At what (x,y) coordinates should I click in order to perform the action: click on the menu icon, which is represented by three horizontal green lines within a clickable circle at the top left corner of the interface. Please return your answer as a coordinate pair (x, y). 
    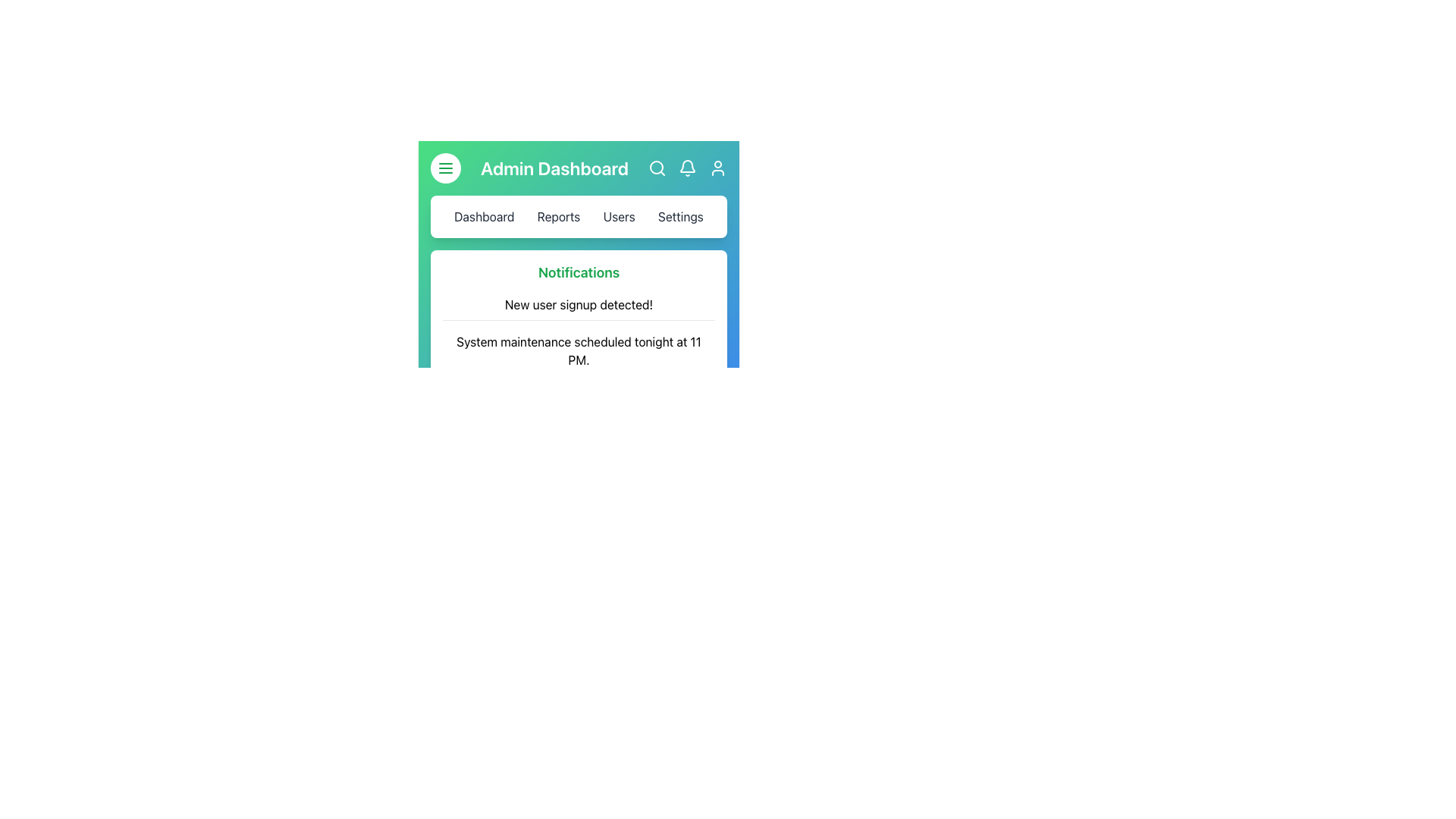
    Looking at the image, I should click on (445, 168).